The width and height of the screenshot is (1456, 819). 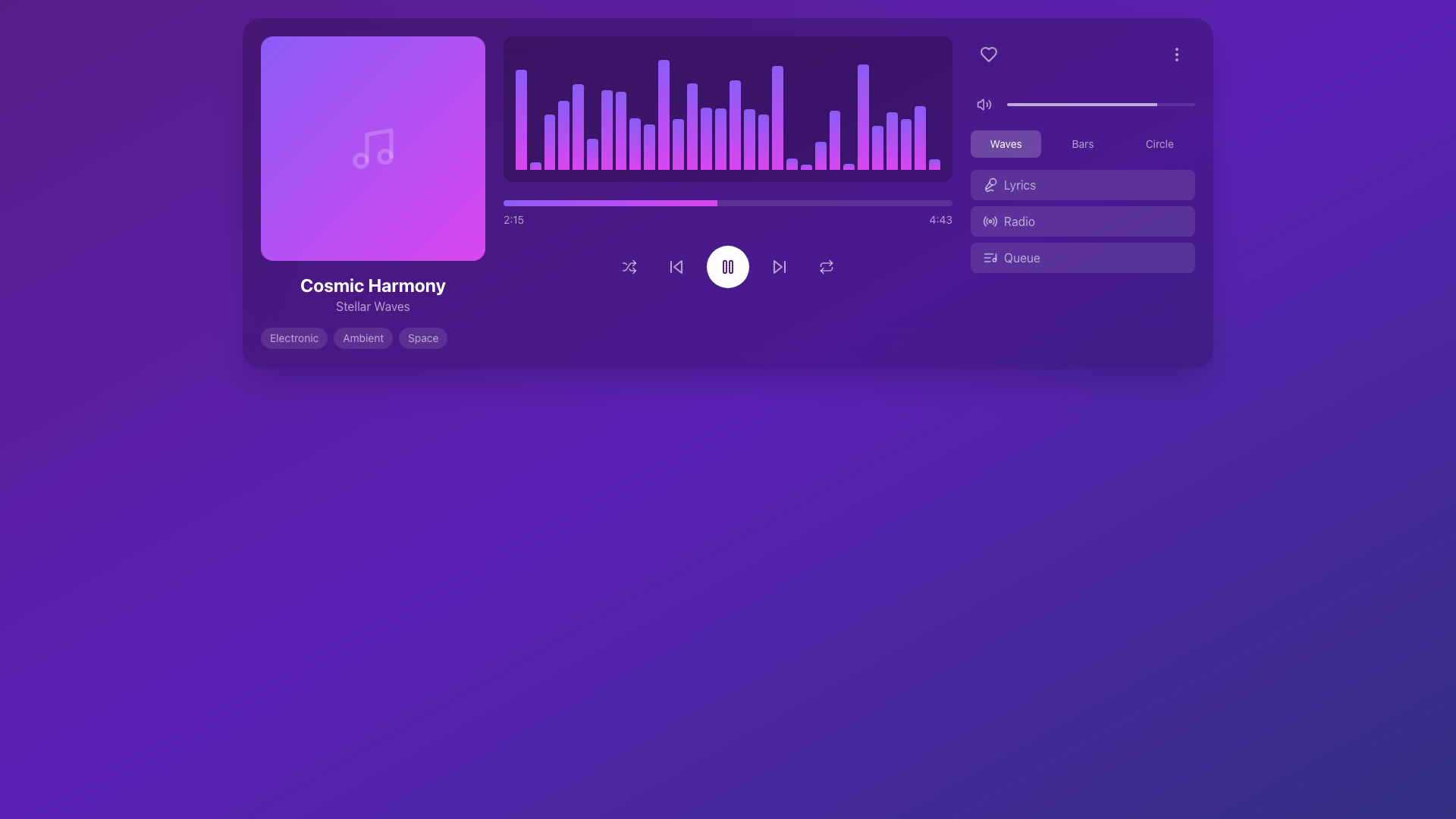 I want to click on the 'Skip Back' icon, which is represented by a leftward arrow located to the left of the central play button in the media playback controls, so click(x=676, y=265).